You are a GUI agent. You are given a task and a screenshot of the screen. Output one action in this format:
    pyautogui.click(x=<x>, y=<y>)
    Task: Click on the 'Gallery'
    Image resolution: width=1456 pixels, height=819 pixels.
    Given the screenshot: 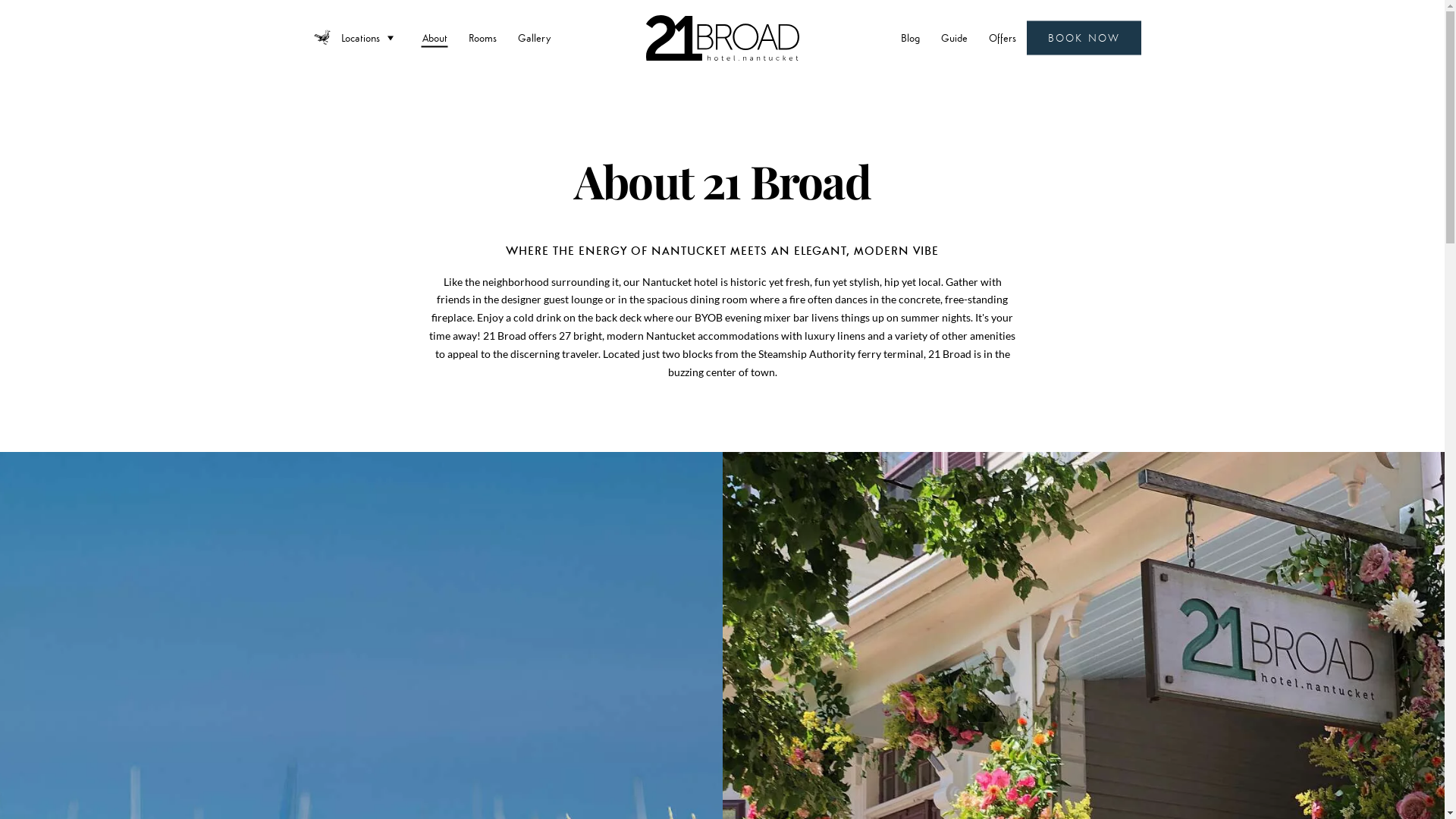 What is the action you would take?
    pyautogui.click(x=507, y=37)
    